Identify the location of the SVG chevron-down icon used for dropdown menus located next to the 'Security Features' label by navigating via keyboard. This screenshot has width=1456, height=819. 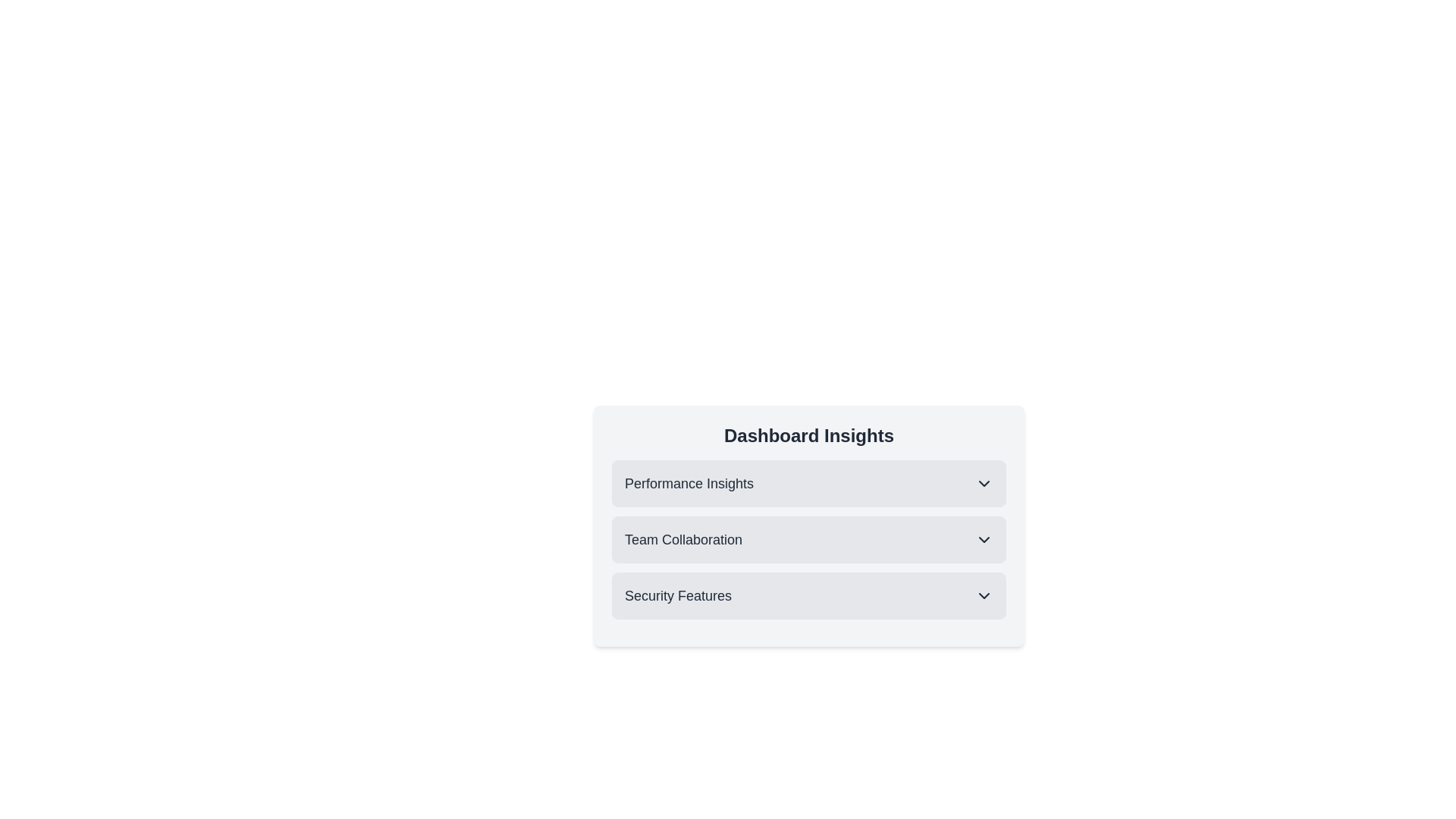
(984, 595).